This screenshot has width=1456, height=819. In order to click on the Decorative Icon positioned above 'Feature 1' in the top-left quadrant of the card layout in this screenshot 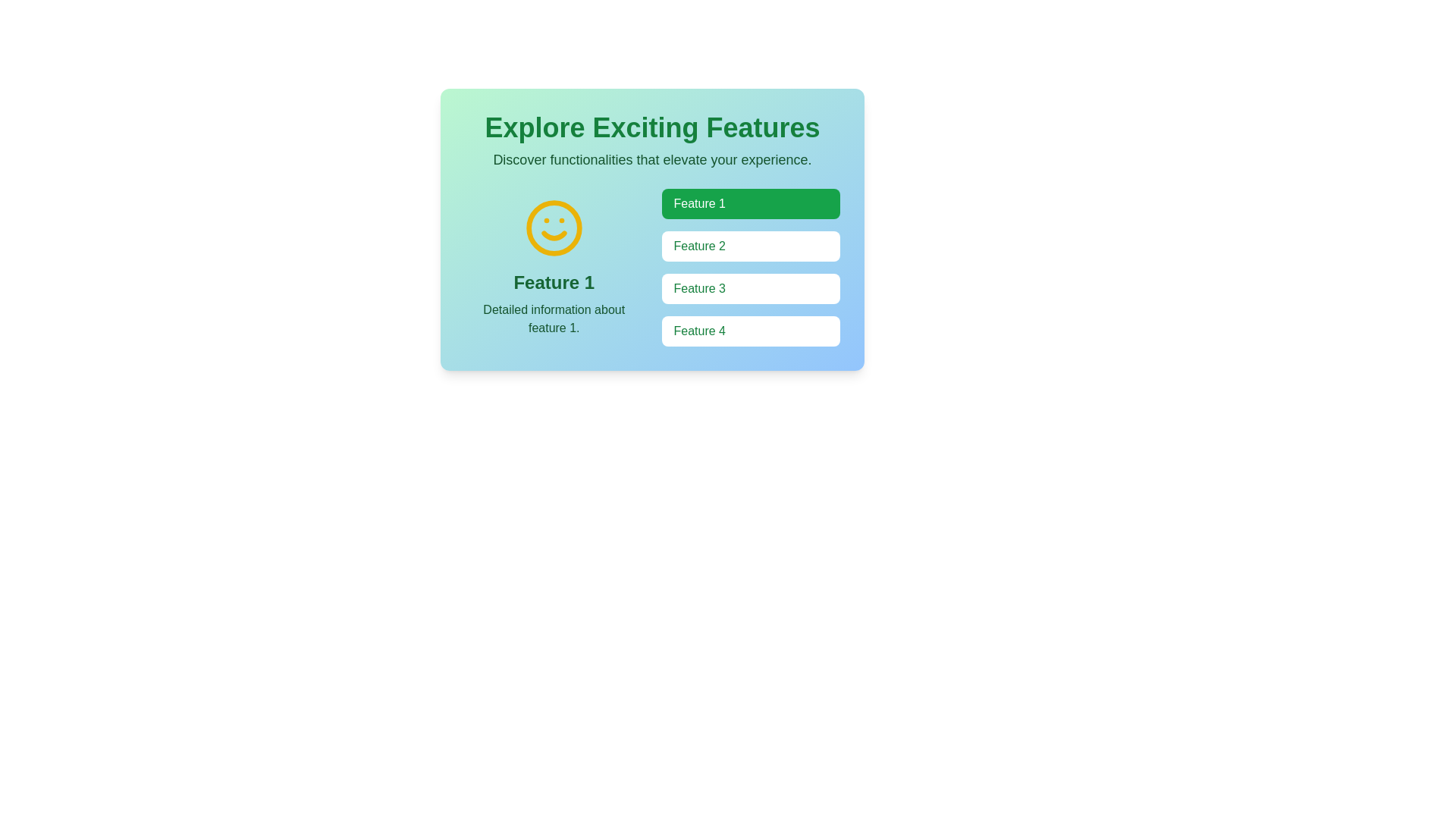, I will do `click(553, 227)`.